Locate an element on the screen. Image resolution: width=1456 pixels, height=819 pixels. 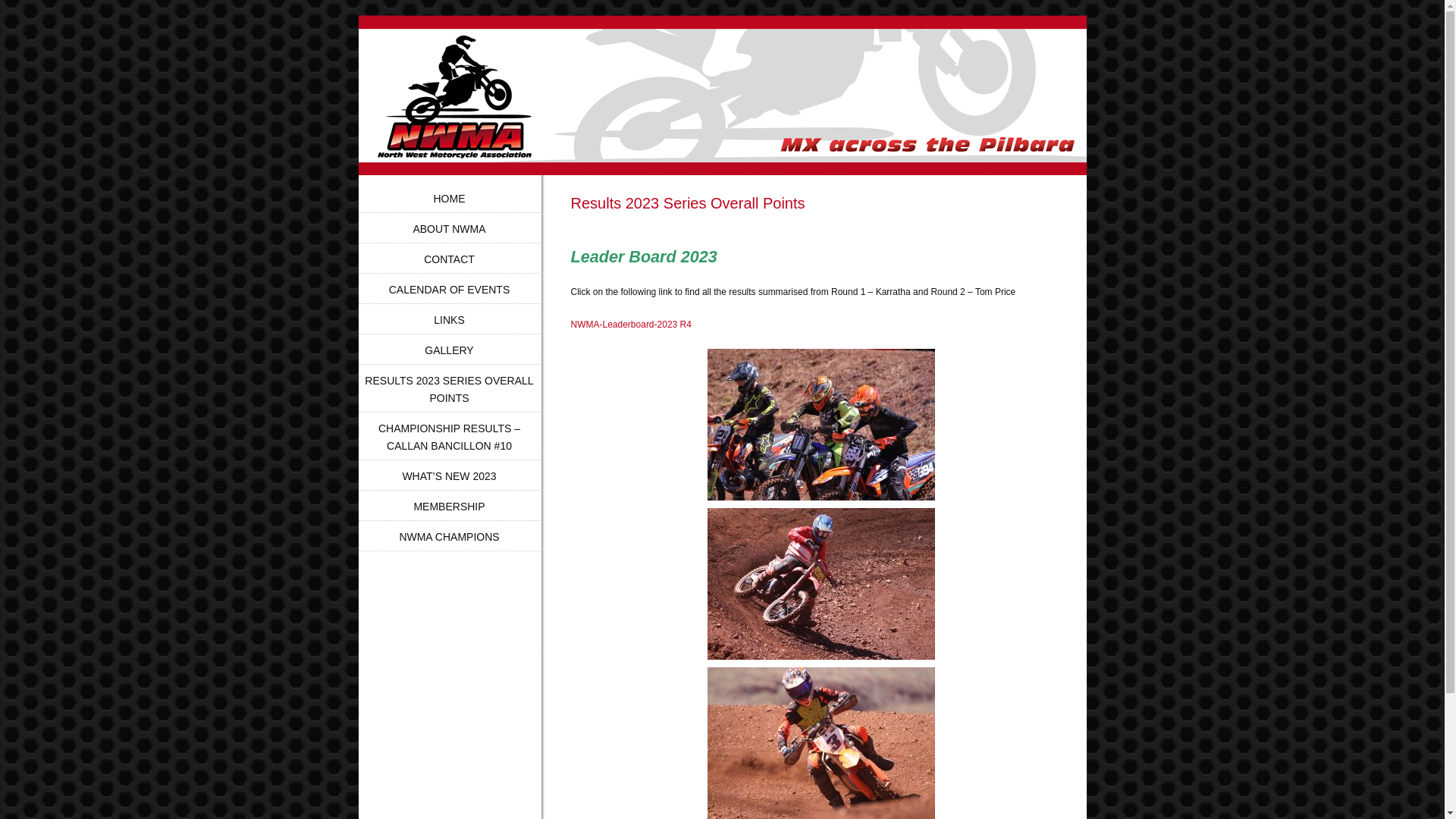
'NWMA-Leaderboard-2023 R4' is located at coordinates (630, 324).